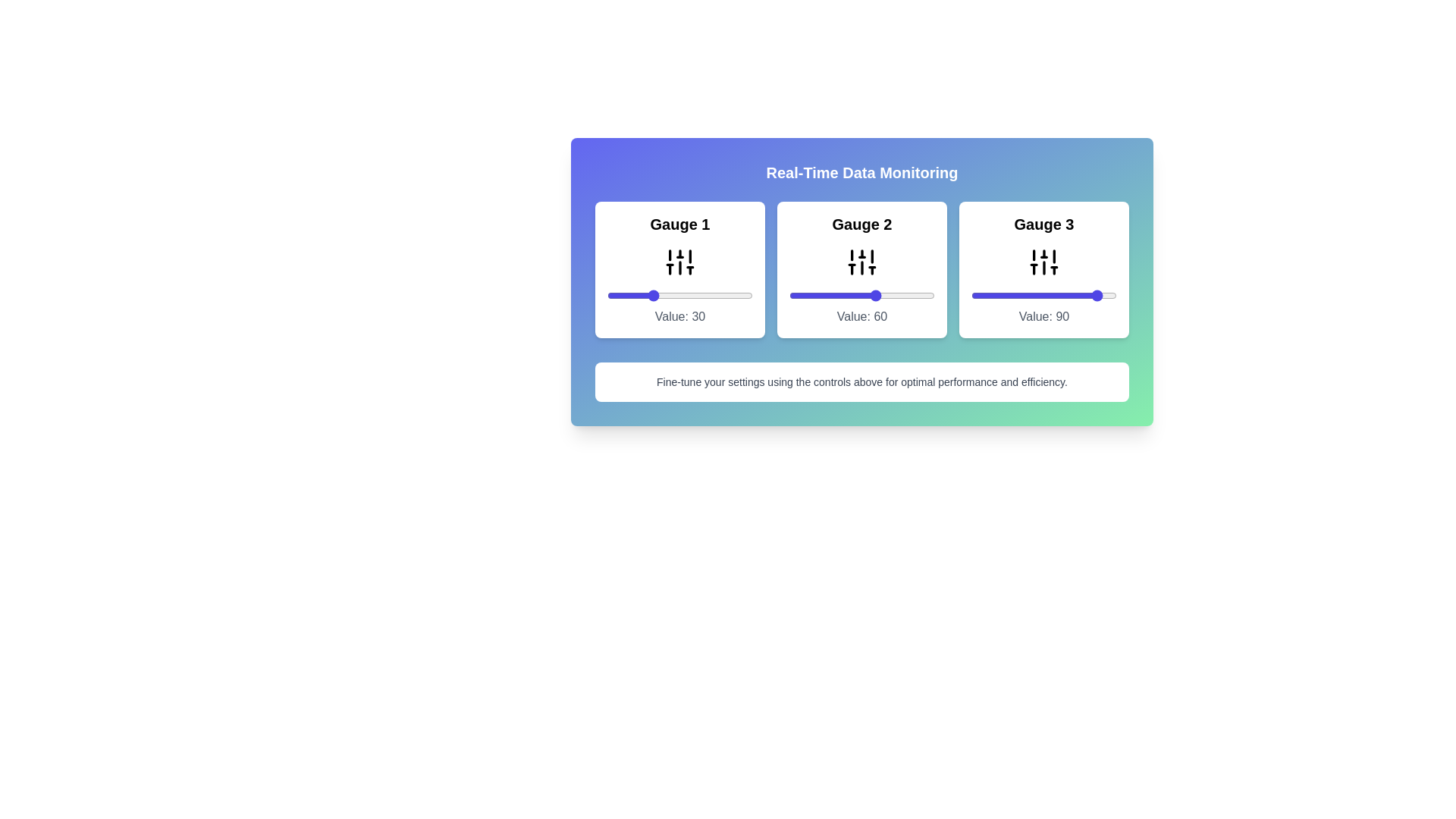  Describe the element at coordinates (1043, 268) in the screenshot. I see `the slider in the third card on the right side of the row` at that location.